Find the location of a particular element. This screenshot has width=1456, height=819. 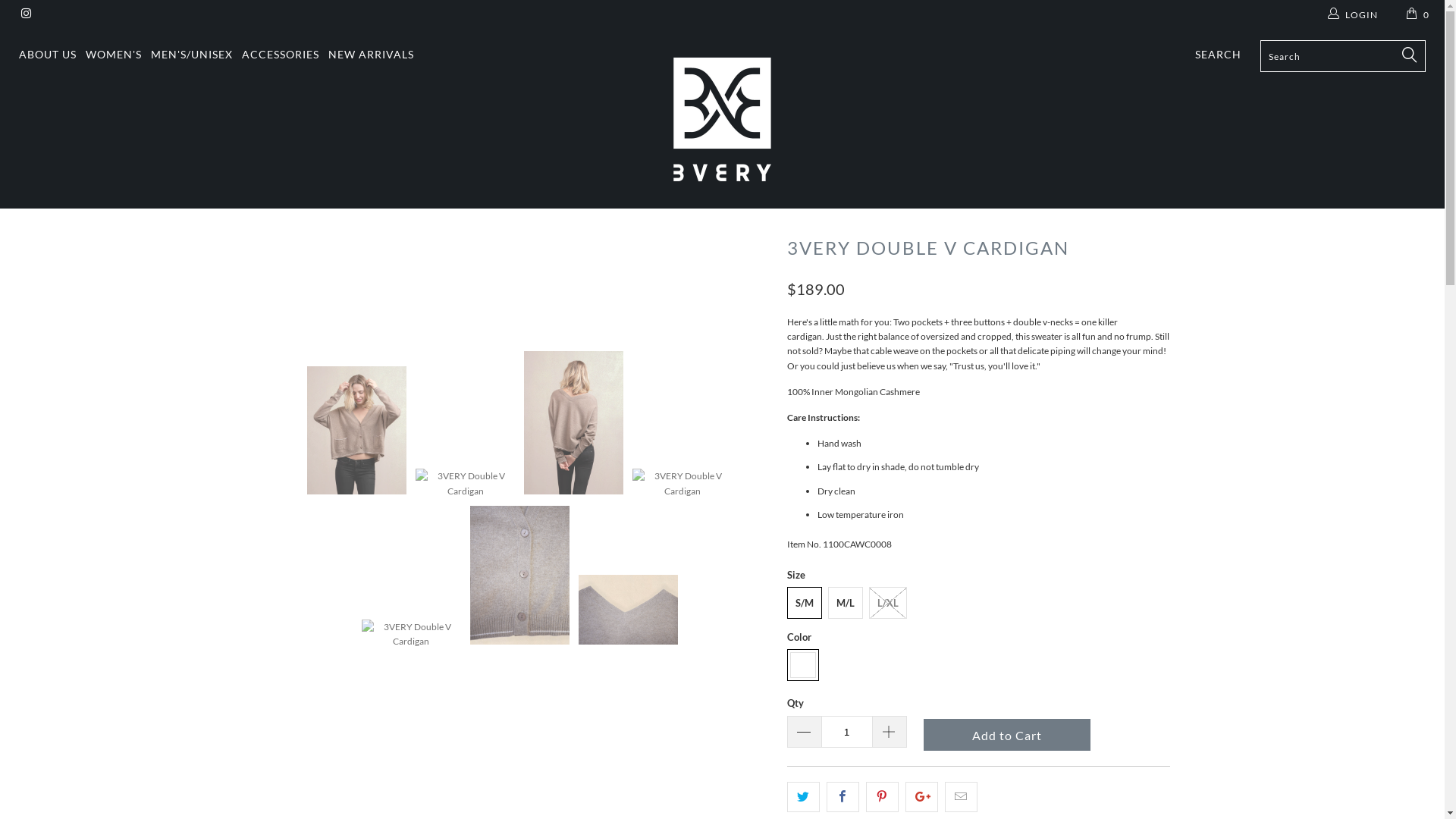

'SEARCH' is located at coordinates (1218, 54).